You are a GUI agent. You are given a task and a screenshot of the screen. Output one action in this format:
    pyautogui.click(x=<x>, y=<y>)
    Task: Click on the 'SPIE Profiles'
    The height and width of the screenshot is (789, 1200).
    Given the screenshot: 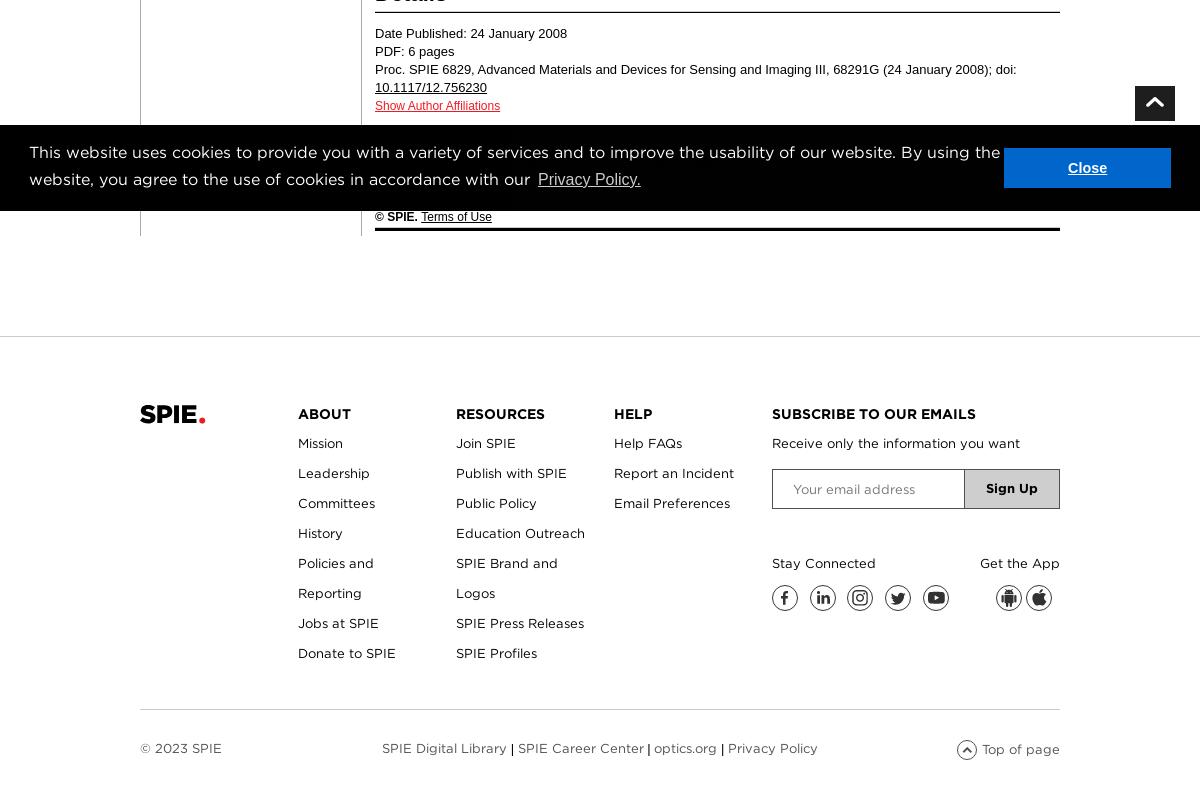 What is the action you would take?
    pyautogui.click(x=495, y=652)
    